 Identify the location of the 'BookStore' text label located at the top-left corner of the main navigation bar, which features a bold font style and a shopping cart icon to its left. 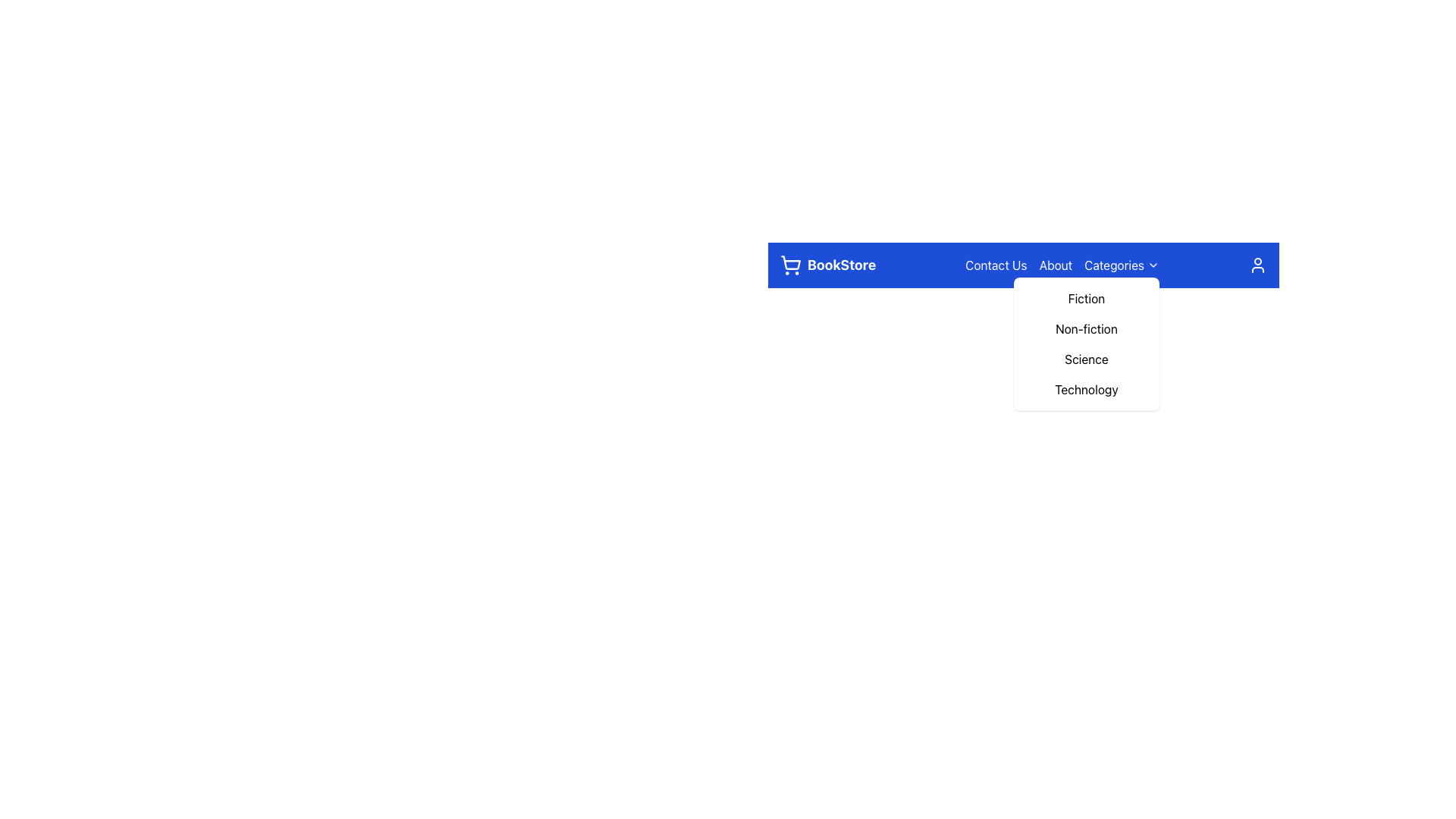
(827, 265).